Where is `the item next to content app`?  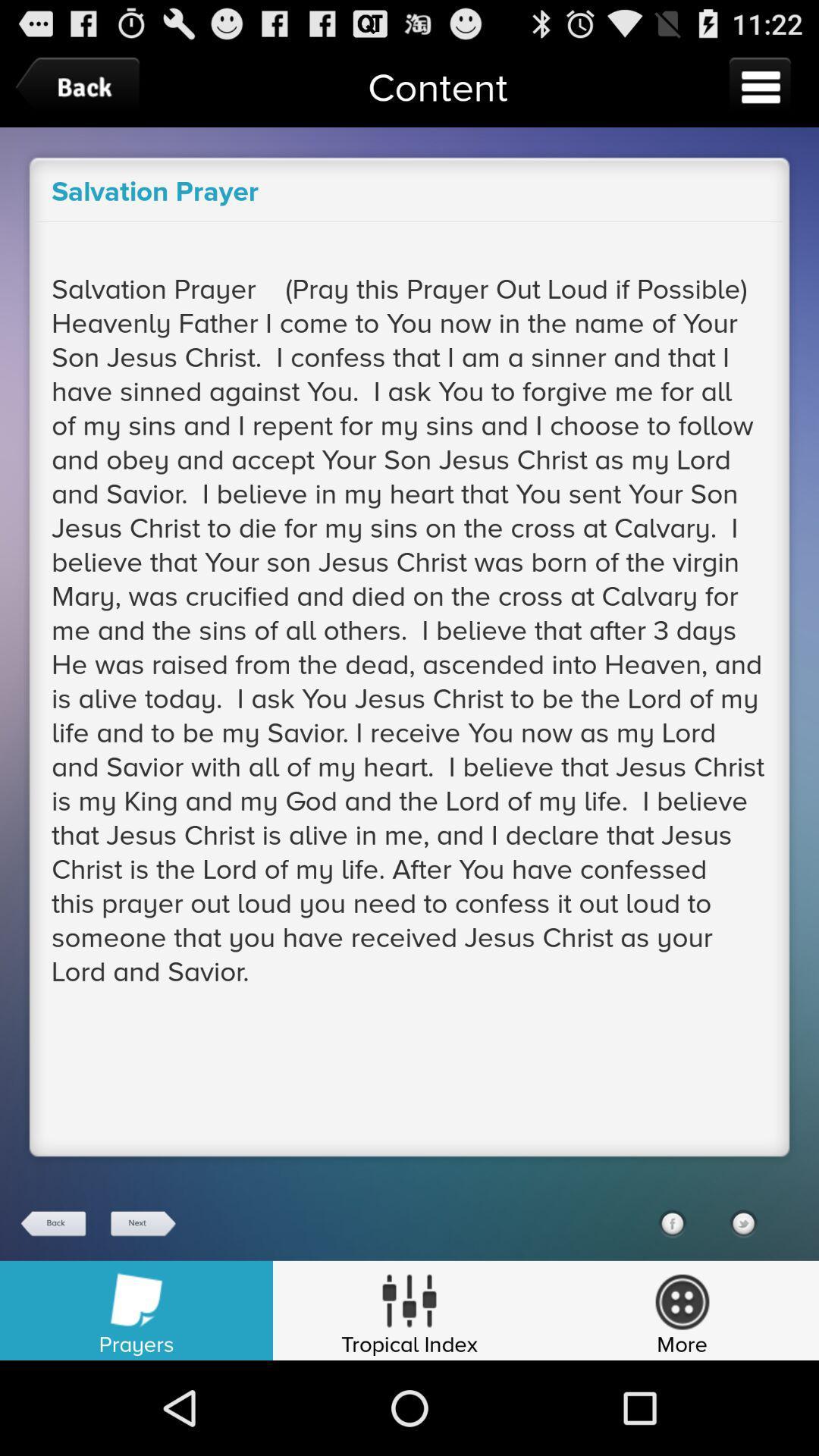 the item next to content app is located at coordinates (760, 86).